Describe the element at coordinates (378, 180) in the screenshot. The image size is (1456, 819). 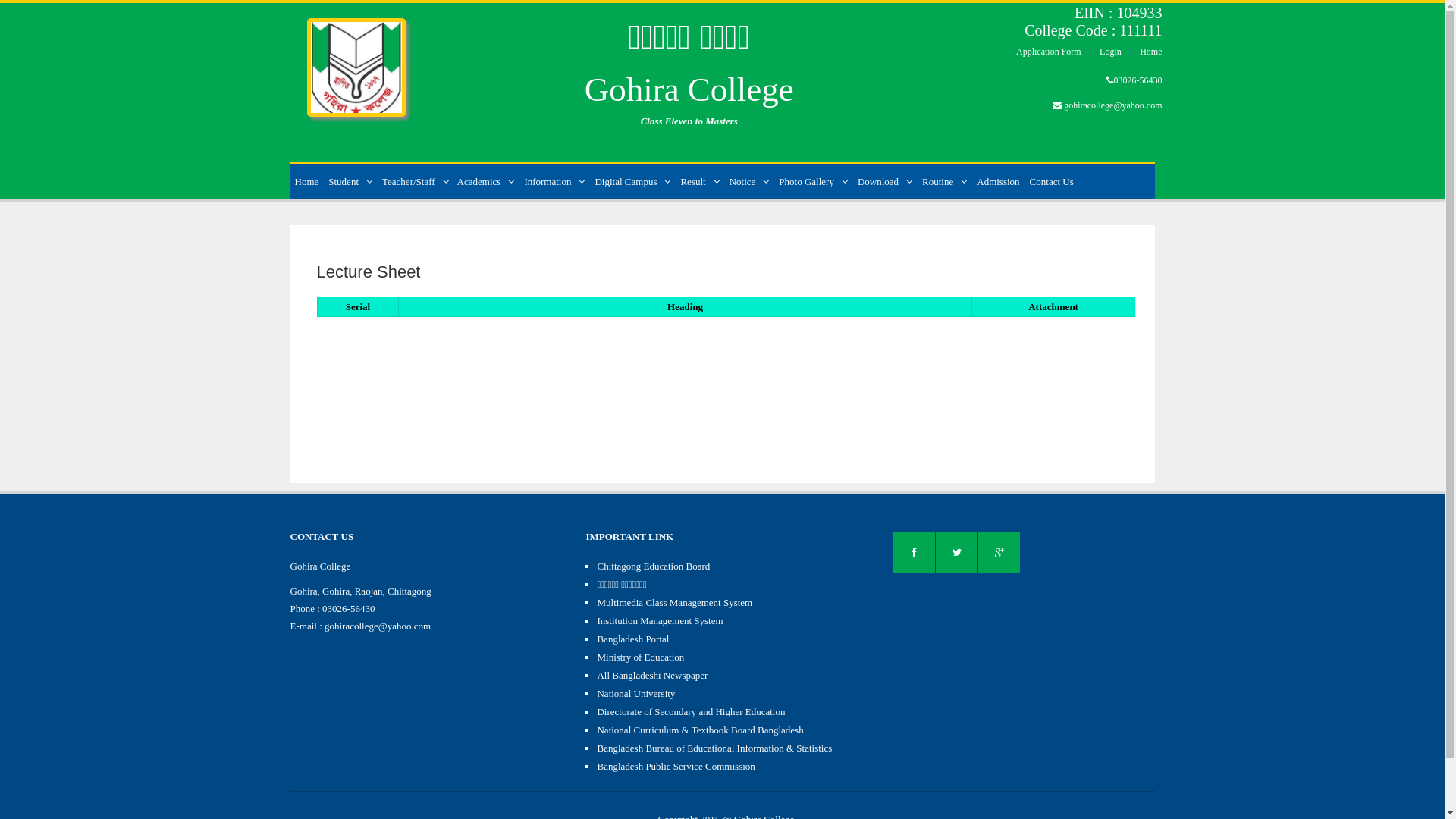
I see `'Teacher/Staff'` at that location.